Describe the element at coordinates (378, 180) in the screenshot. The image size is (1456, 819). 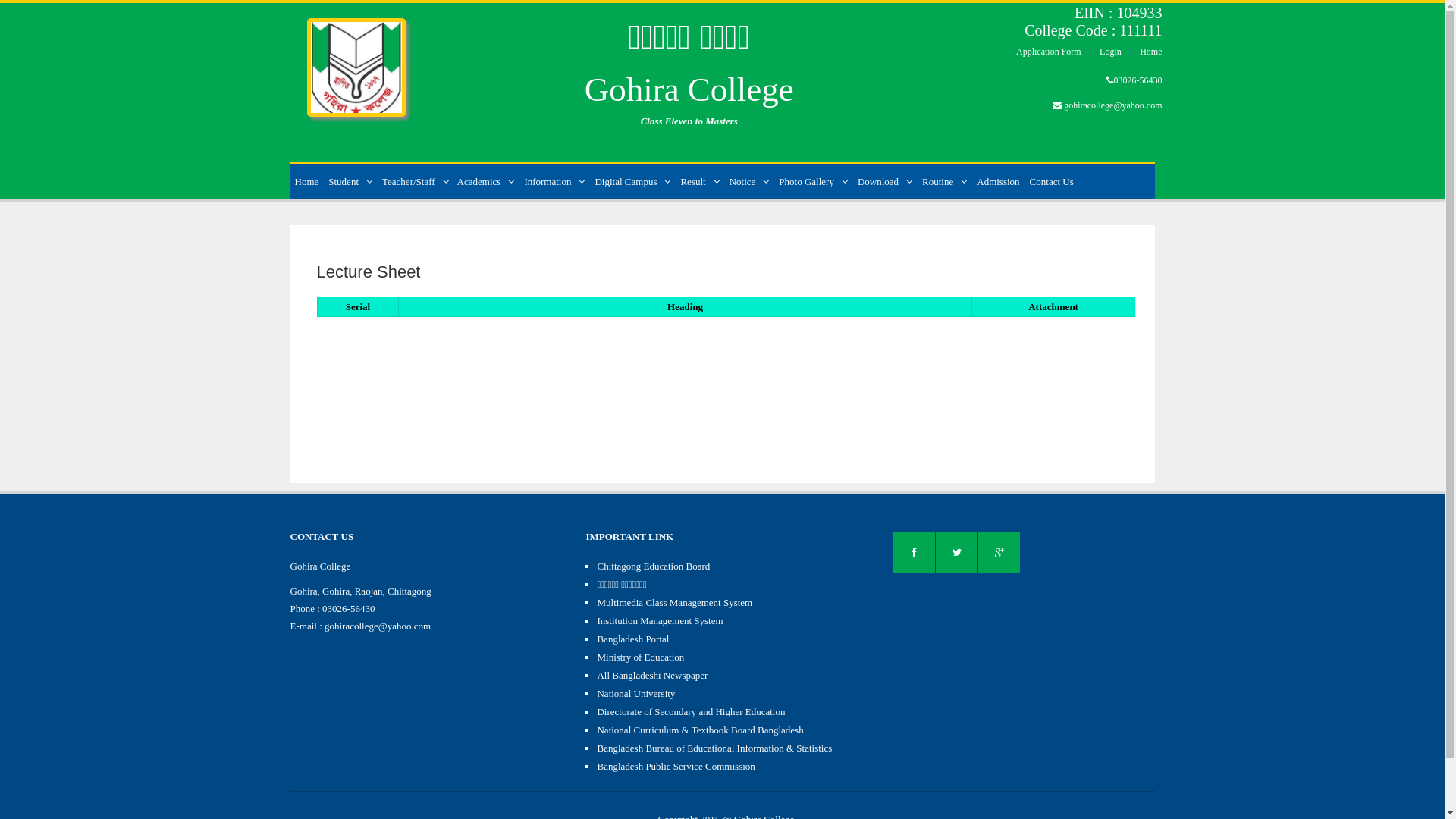
I see `'Teacher/Staff'` at that location.